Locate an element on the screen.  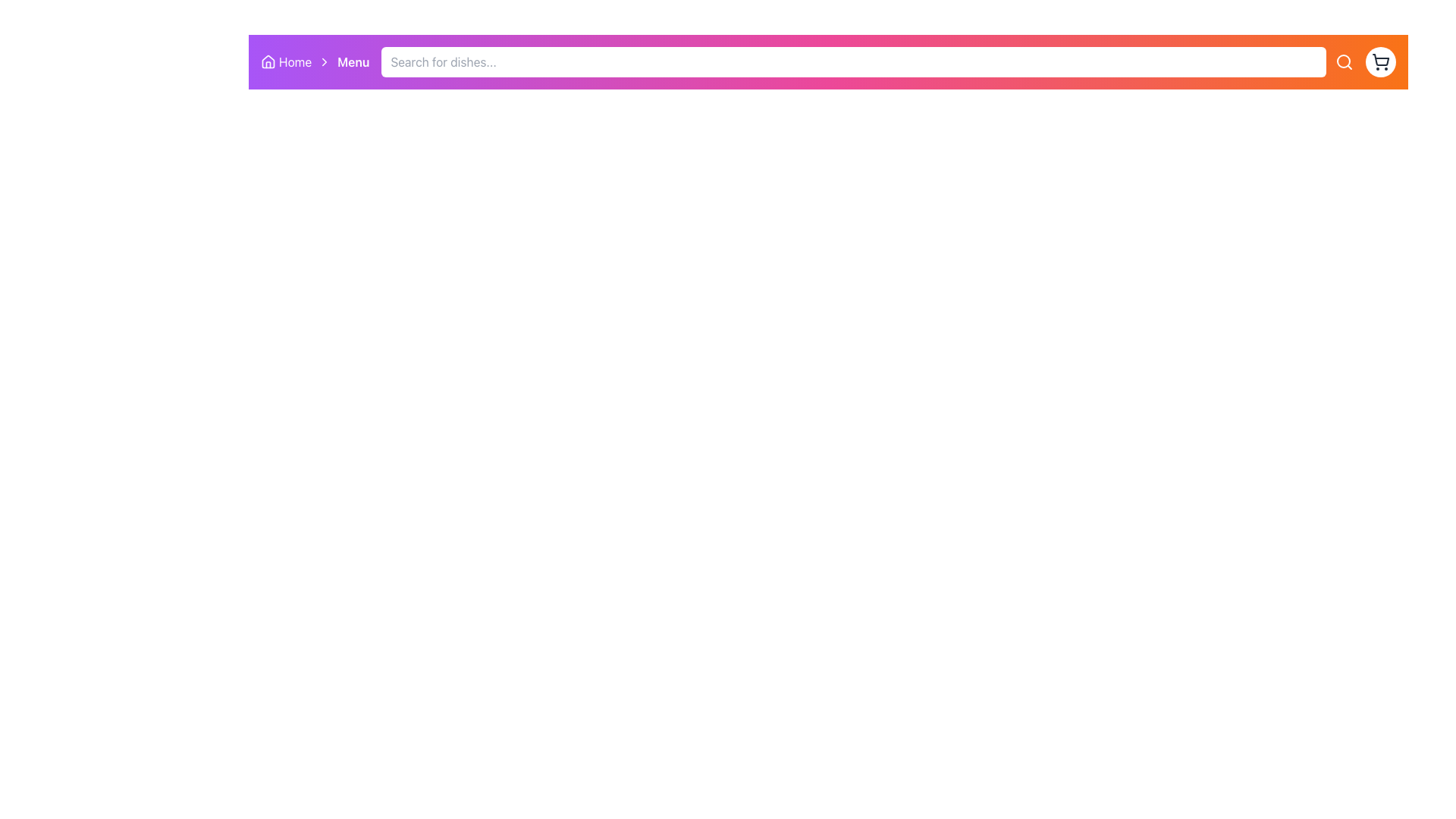
the 'Home' hyperlink element, which includes an icon and text is located at coordinates (286, 61).